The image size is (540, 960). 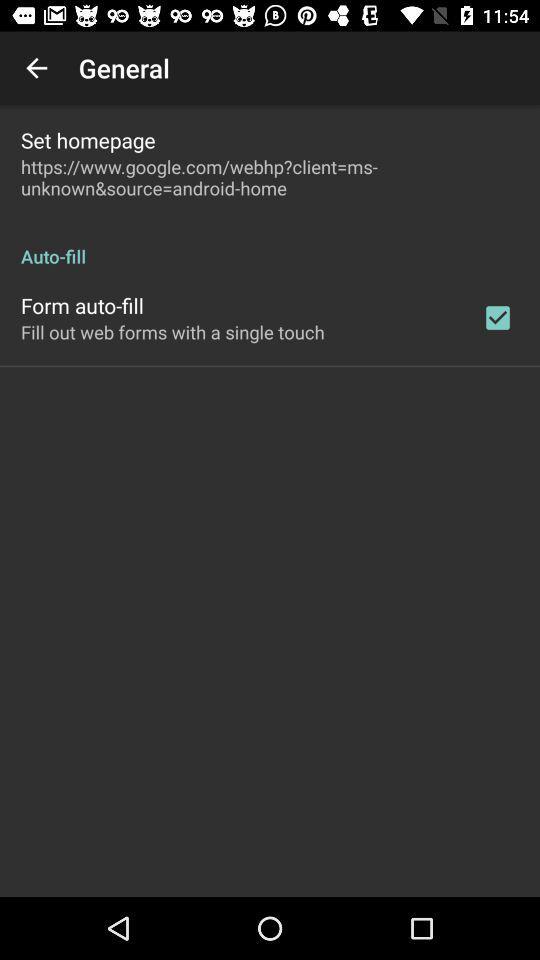 I want to click on the item above https www google app, so click(x=87, y=139).